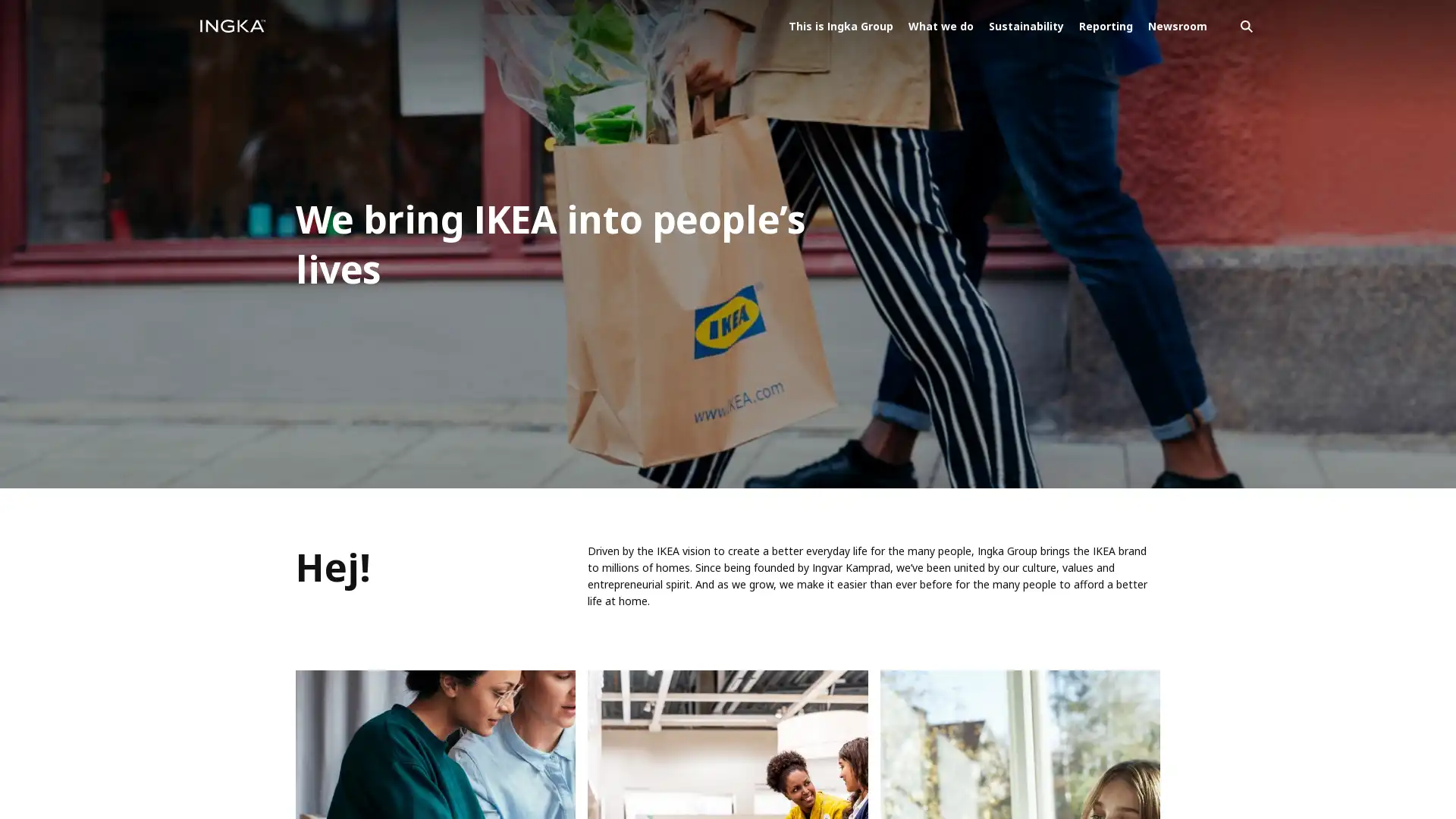  What do you see at coordinates (232, 760) in the screenshot?
I see `Cookies Settings` at bounding box center [232, 760].